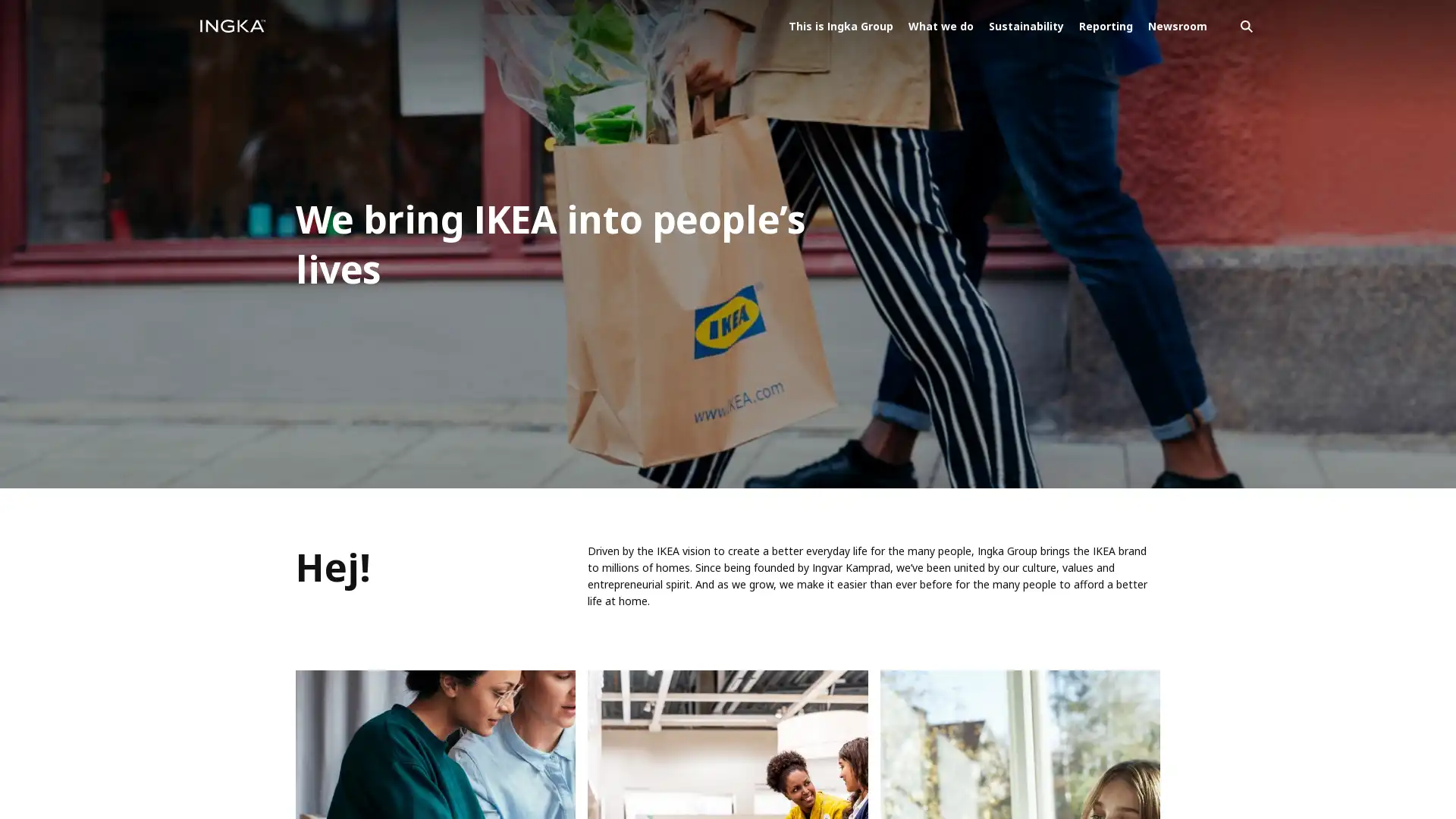  What do you see at coordinates (232, 760) in the screenshot?
I see `Cookies Settings` at bounding box center [232, 760].